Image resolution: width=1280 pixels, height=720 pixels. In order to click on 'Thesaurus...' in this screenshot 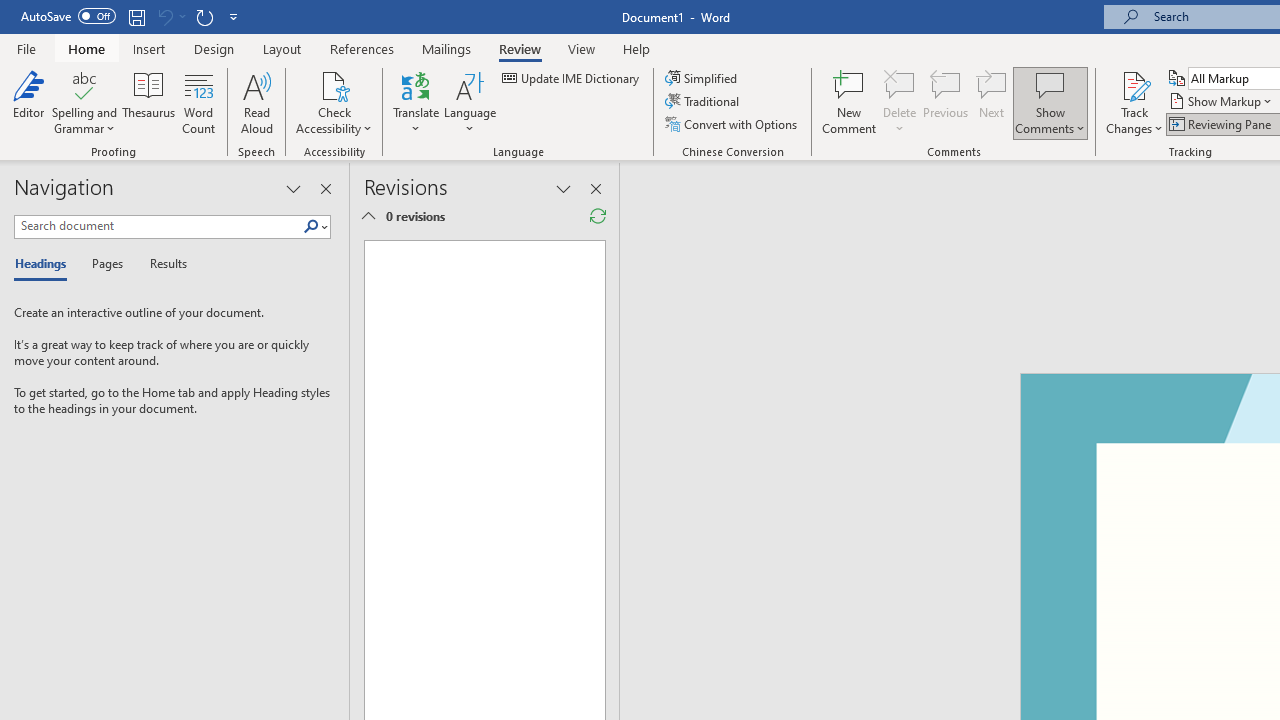, I will do `click(148, 103)`.